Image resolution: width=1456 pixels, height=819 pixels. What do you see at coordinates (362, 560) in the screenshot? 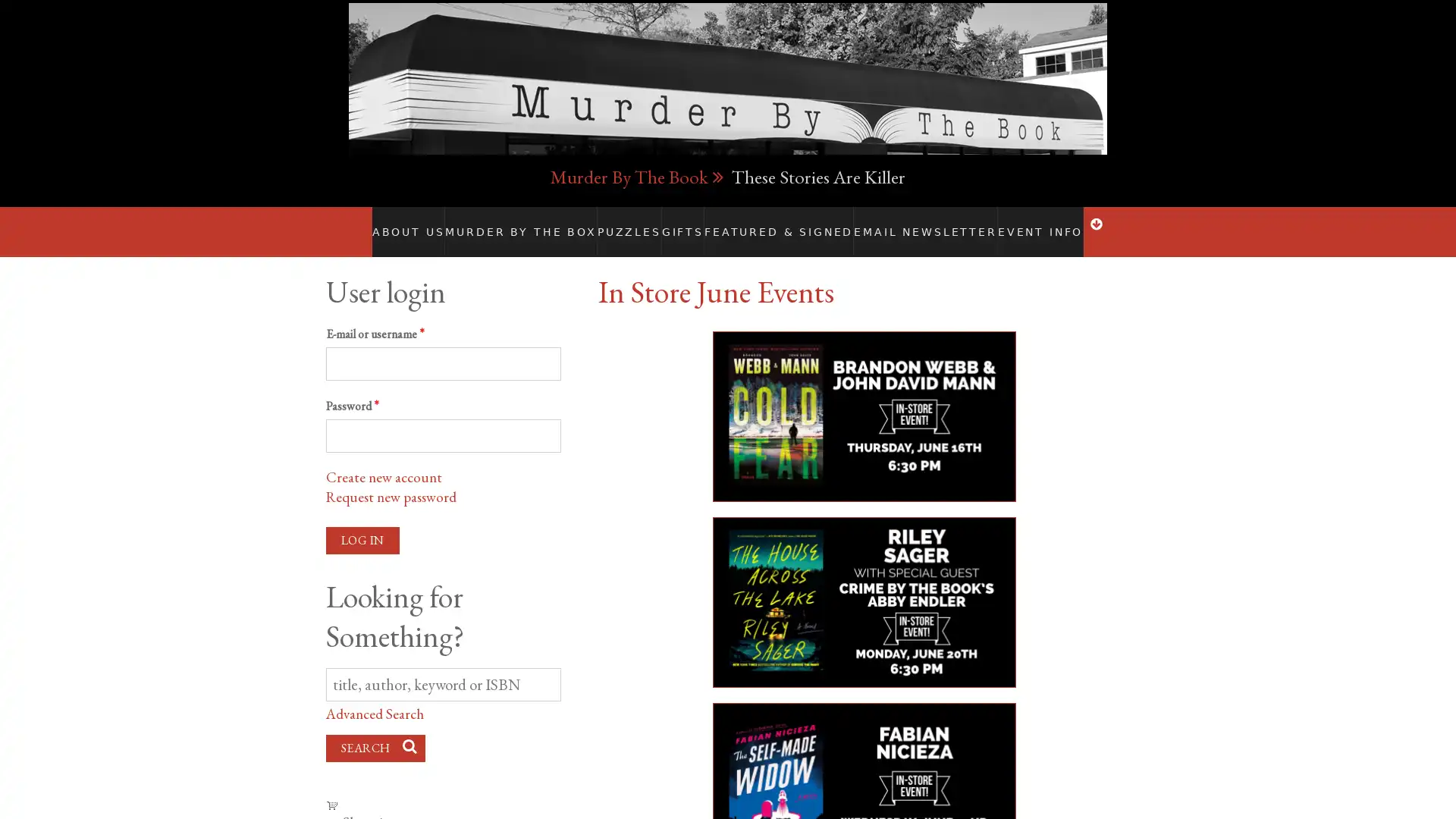
I see `Log in` at bounding box center [362, 560].